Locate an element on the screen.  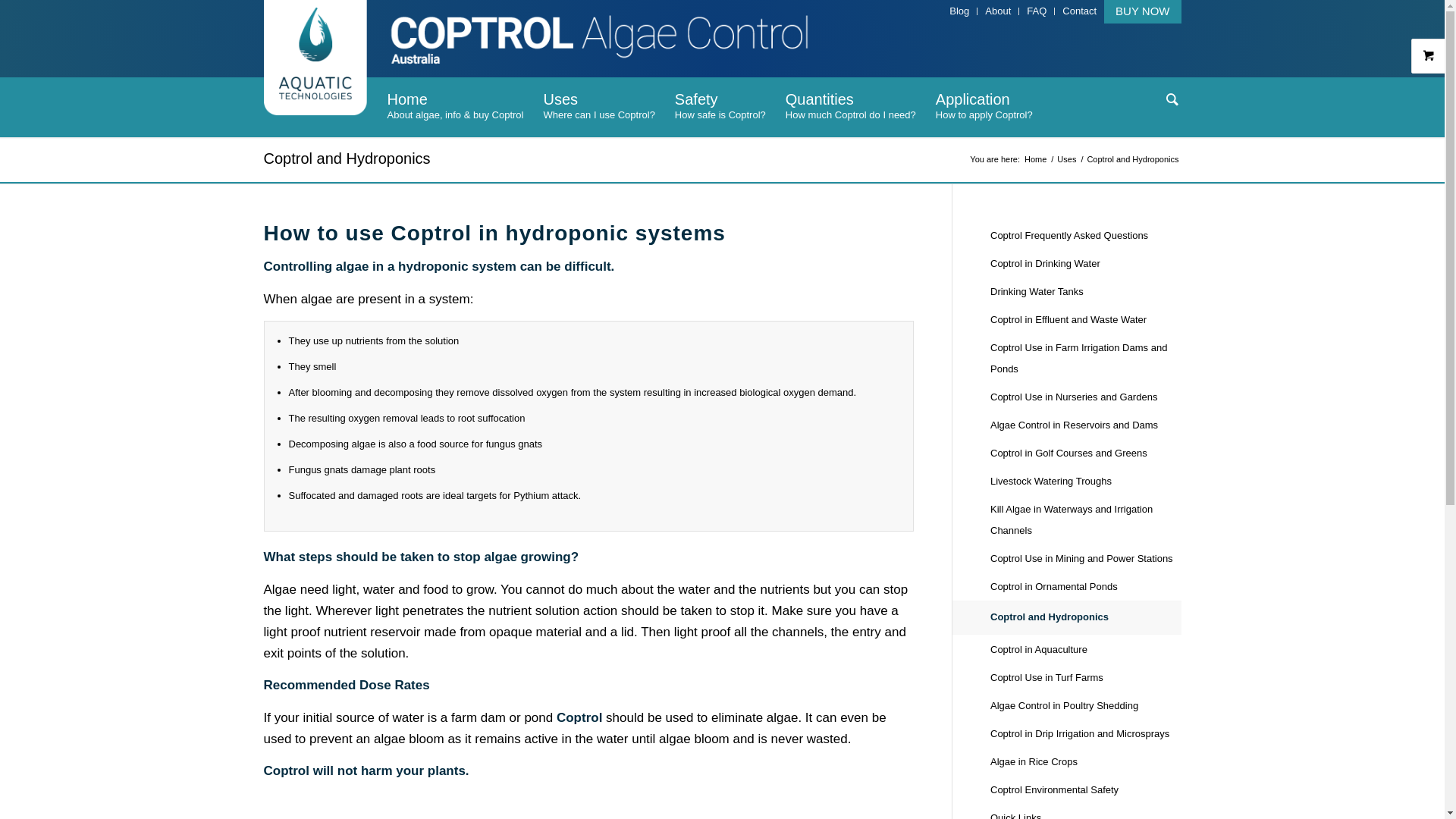
'Blog' is located at coordinates (959, 11).